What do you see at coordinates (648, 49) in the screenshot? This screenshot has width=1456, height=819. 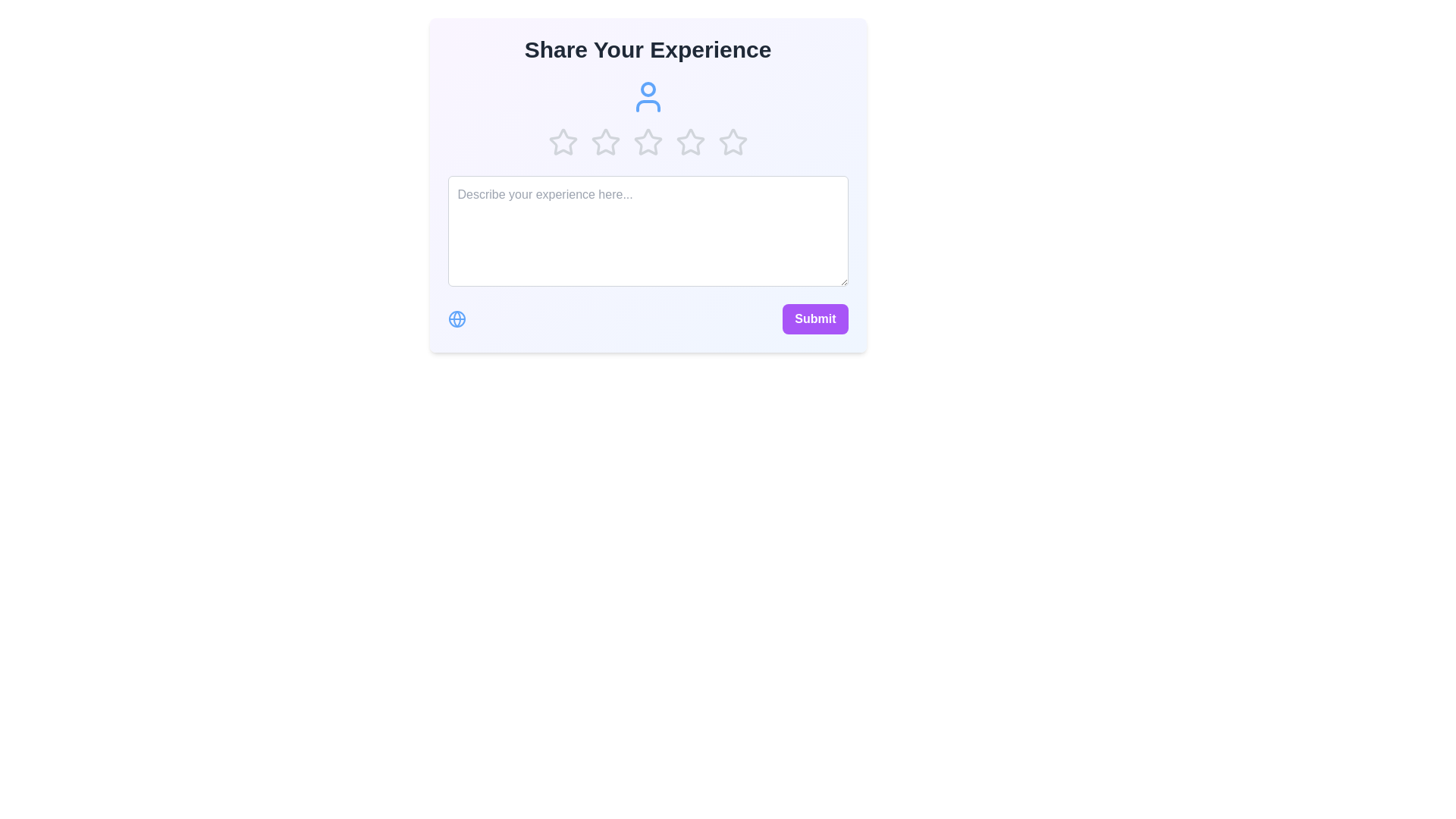 I see `the prominent heading labeled 'Share Your Experience', which is displayed in a large, bold font at the top center of the interface` at bounding box center [648, 49].